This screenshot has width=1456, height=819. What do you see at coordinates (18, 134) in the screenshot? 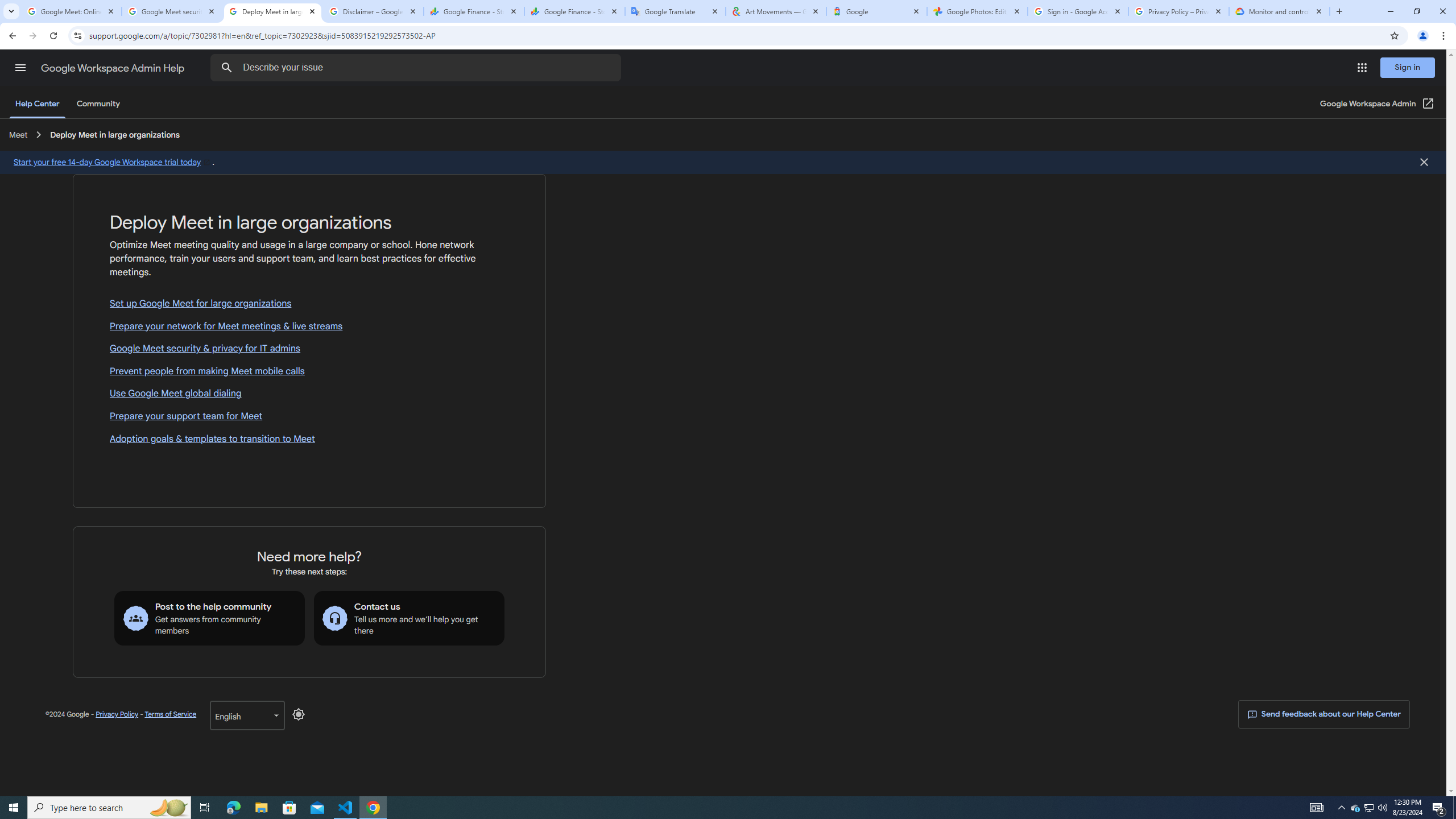
I see `'Meet '` at bounding box center [18, 134].